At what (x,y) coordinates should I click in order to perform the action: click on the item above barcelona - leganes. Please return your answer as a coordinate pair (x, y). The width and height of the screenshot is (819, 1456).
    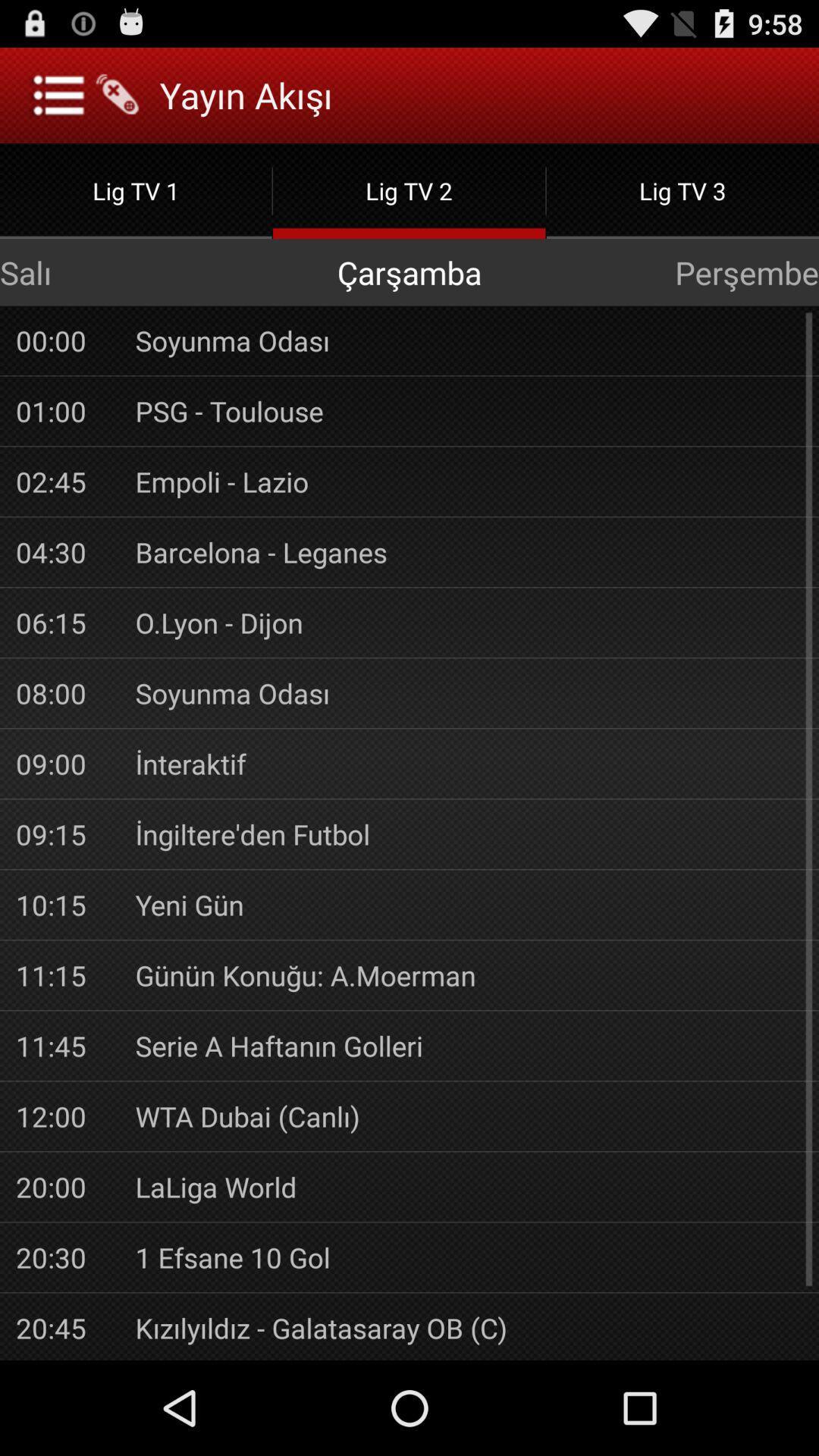
    Looking at the image, I should click on (468, 481).